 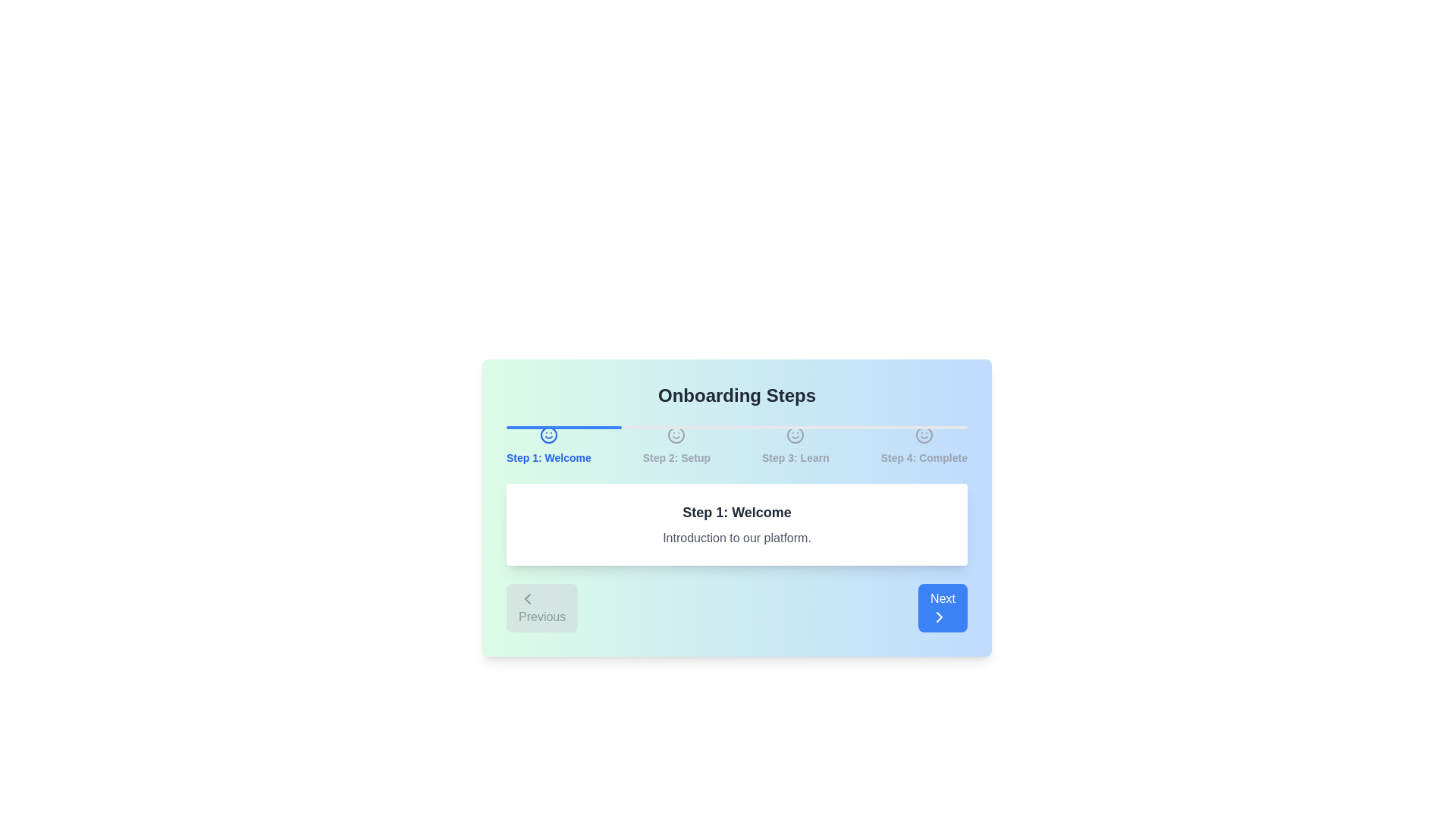 What do you see at coordinates (795, 435) in the screenshot?
I see `the SVG circle element that forms the outer boundary of the smile emoji in the 'Step 3: Learn' onboarding interface` at bounding box center [795, 435].